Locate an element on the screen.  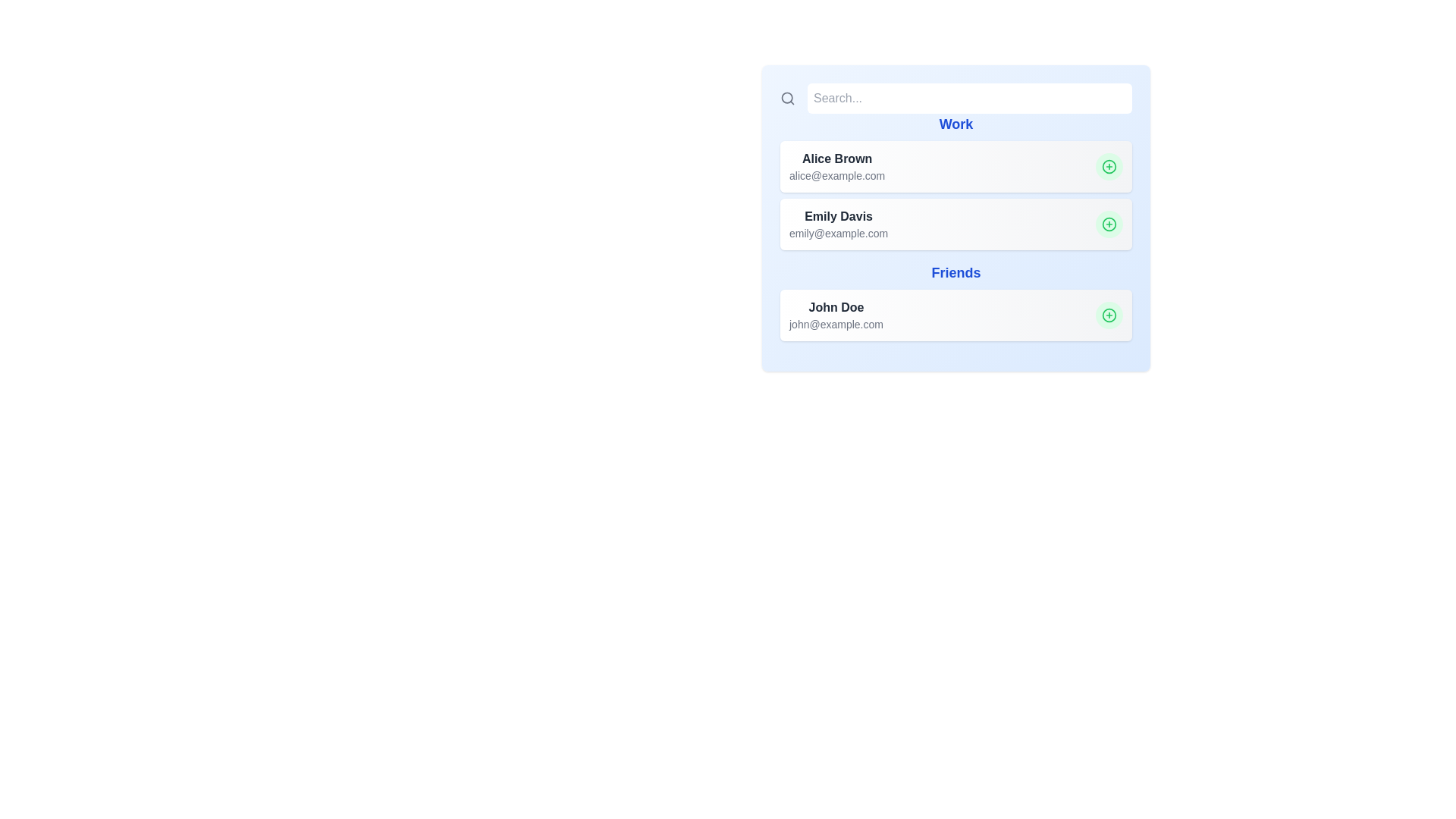
green button next to the contact named Alice Brown is located at coordinates (1109, 166).